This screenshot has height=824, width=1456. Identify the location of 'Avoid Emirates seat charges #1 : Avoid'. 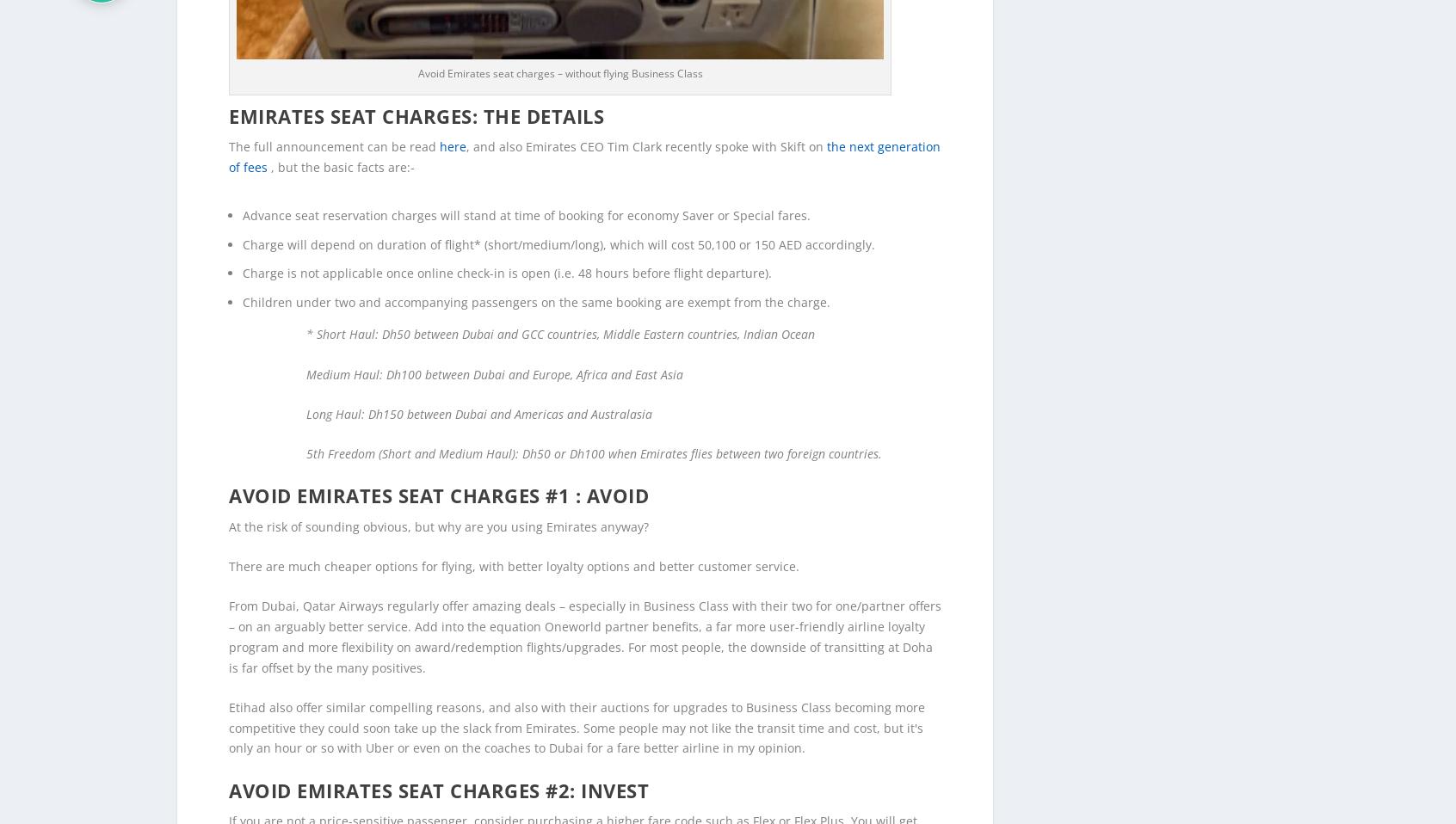
(228, 466).